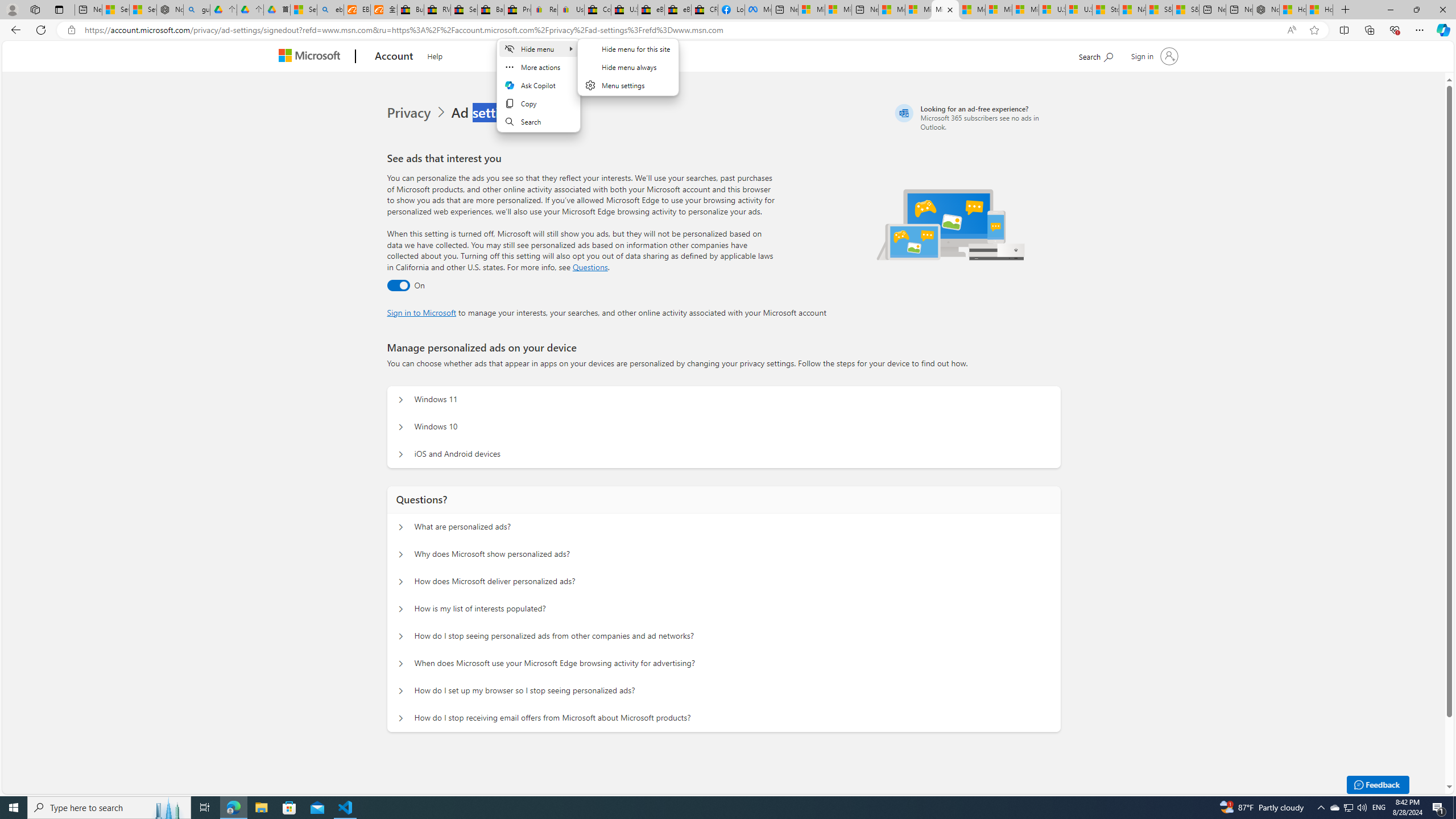 Image resolution: width=1456 pixels, height=819 pixels. What do you see at coordinates (1389, 9) in the screenshot?
I see `'Minimize'` at bounding box center [1389, 9].